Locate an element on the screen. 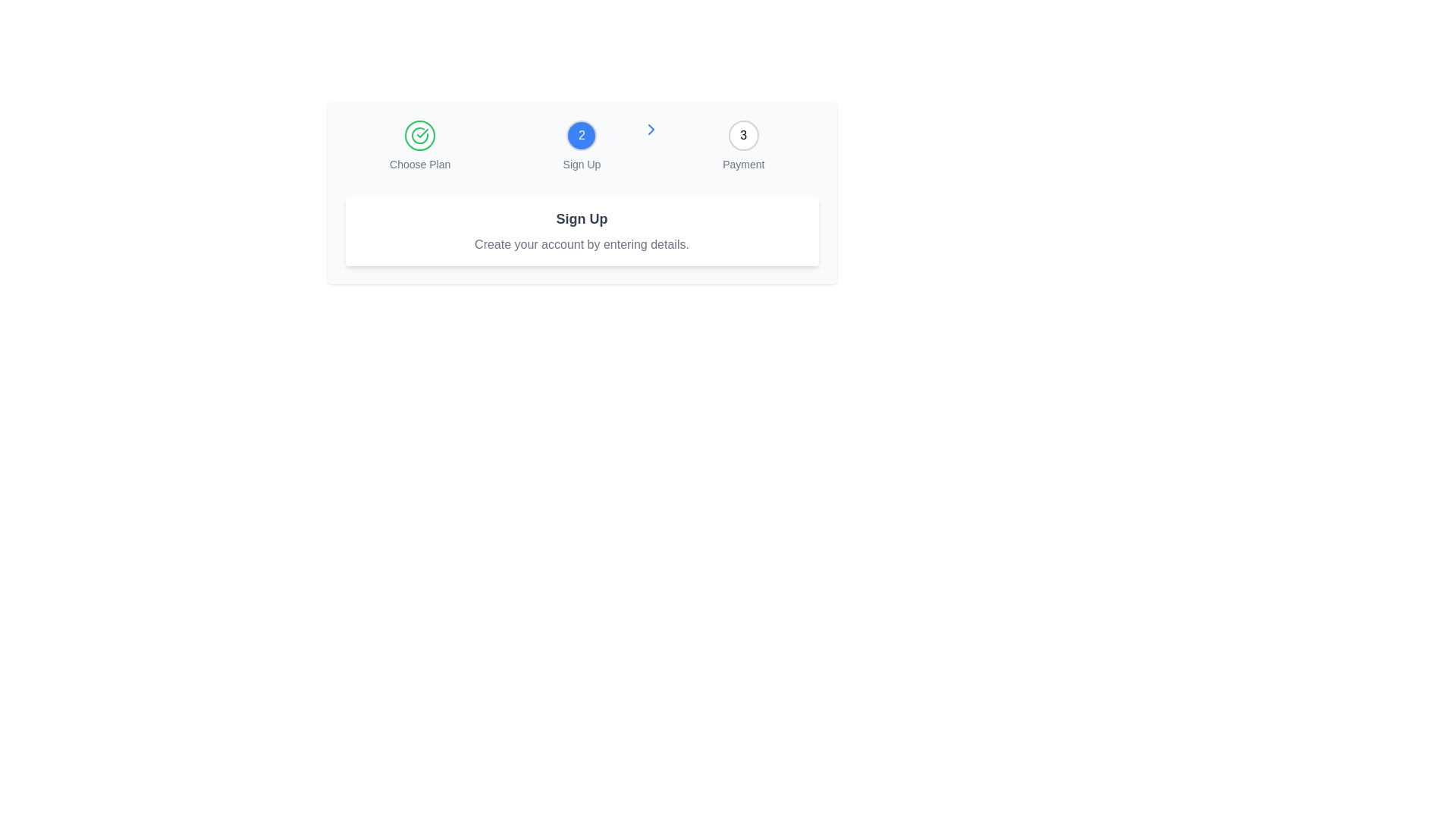 The image size is (1456, 819). the numeral '2' displayed in medium font weight, white color, and set against a circular blue background, which is located in the center of the second circular button in a horizontal sequence of buttons is located at coordinates (581, 134).